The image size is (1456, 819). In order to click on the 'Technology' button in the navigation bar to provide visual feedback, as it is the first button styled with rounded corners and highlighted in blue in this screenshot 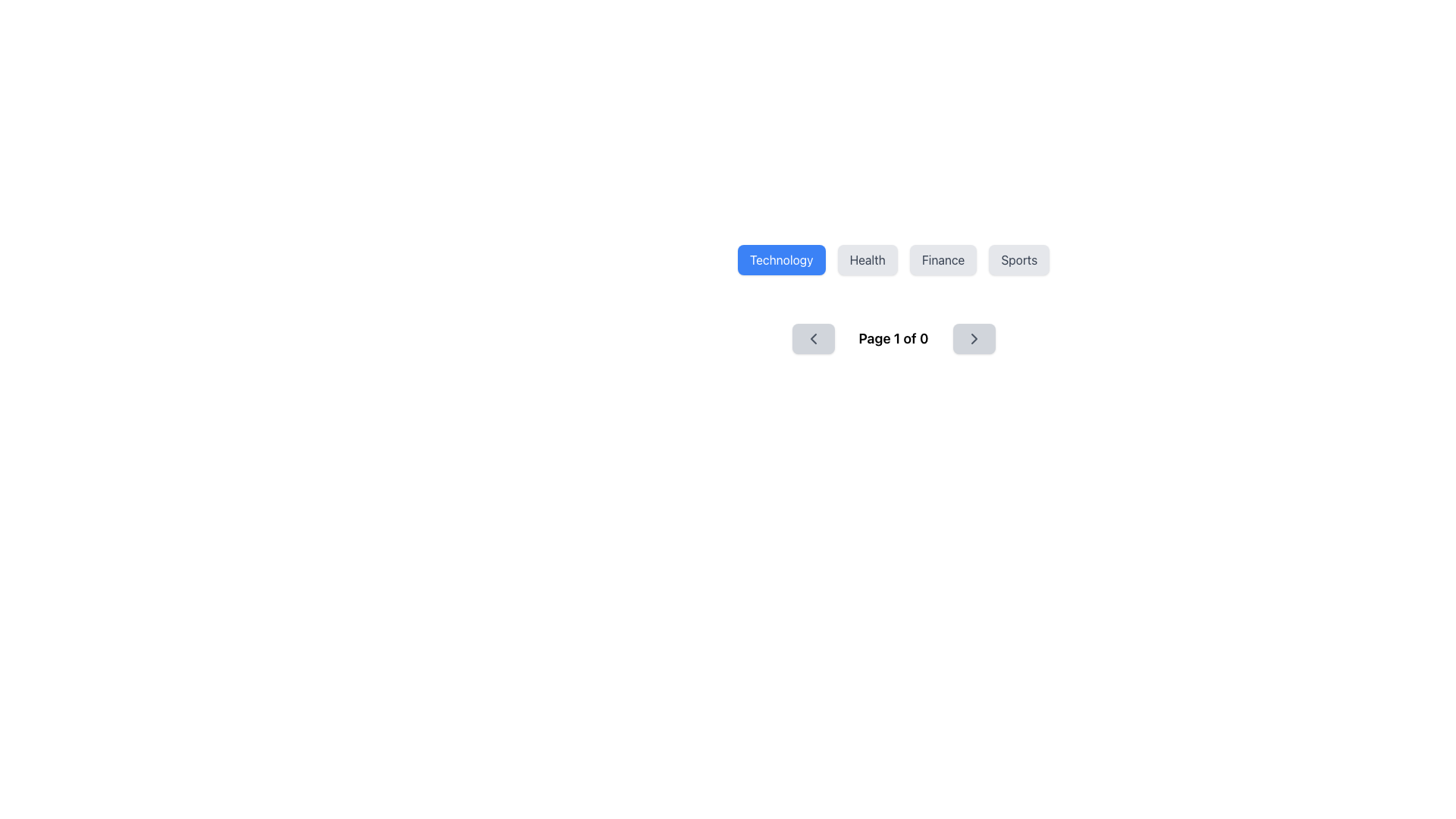, I will do `click(893, 259)`.